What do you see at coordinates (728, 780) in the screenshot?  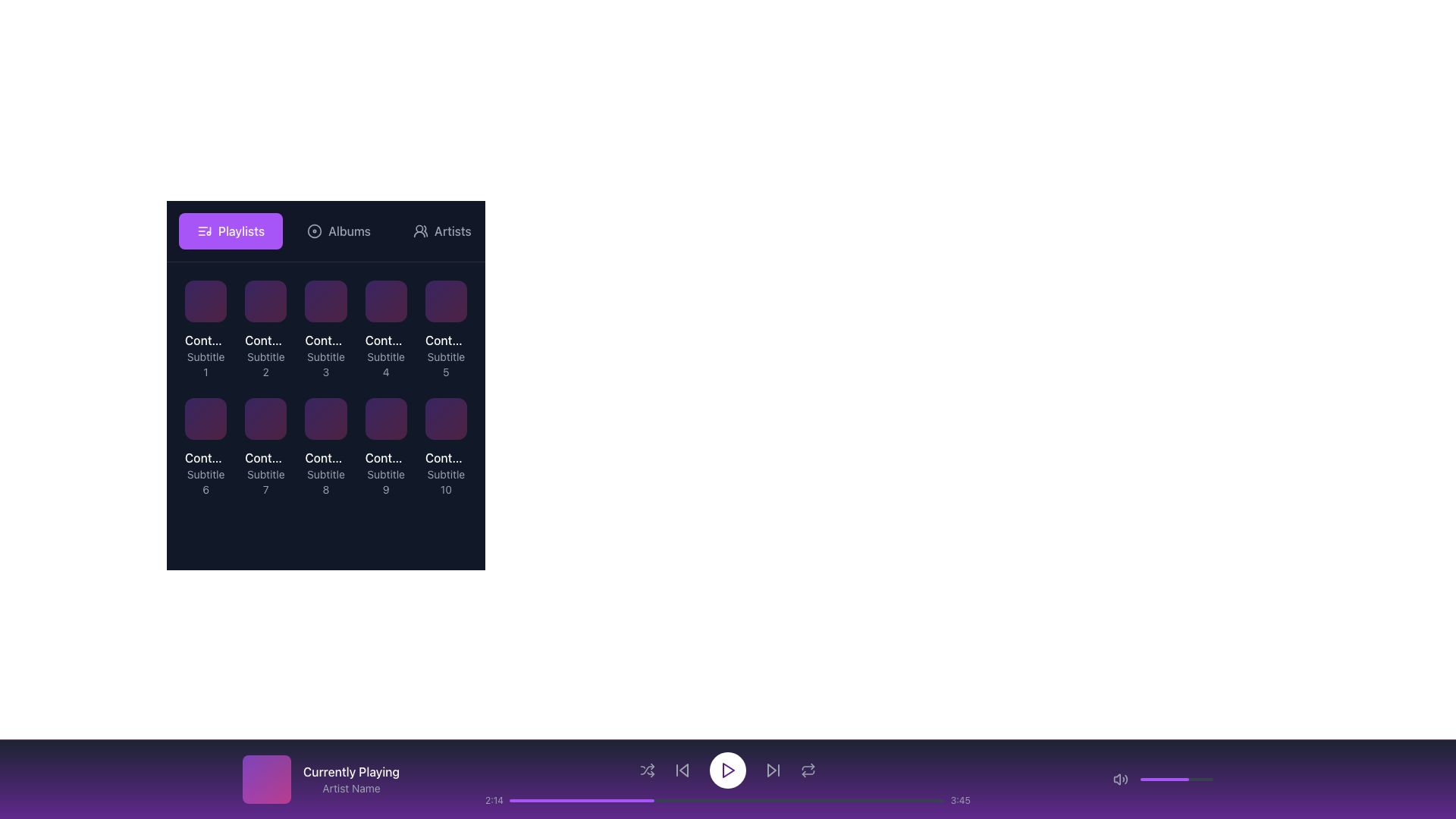 I see `the circular play button located at the center of the purple media control bar` at bounding box center [728, 780].